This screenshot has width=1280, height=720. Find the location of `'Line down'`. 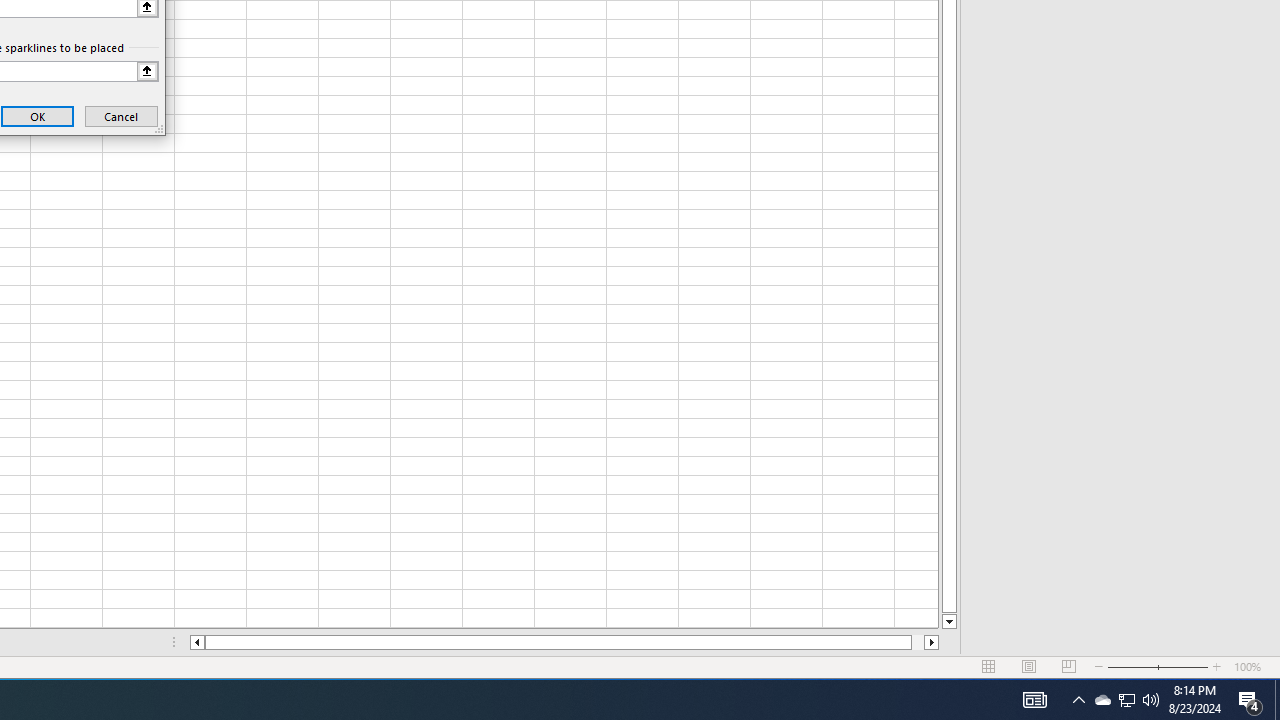

'Line down' is located at coordinates (948, 621).